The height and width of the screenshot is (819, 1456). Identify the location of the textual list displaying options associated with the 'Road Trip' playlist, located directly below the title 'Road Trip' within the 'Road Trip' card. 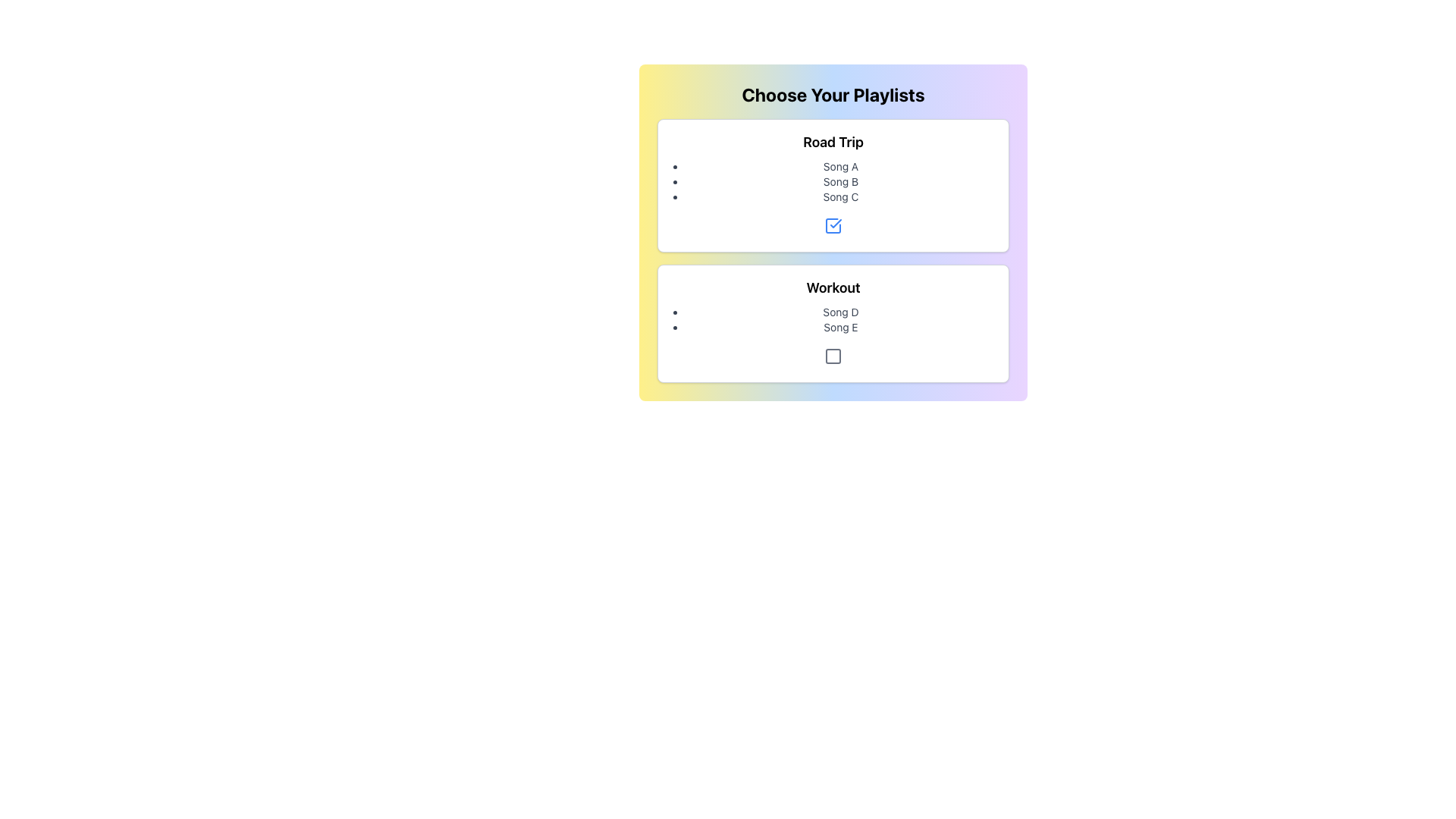
(833, 180).